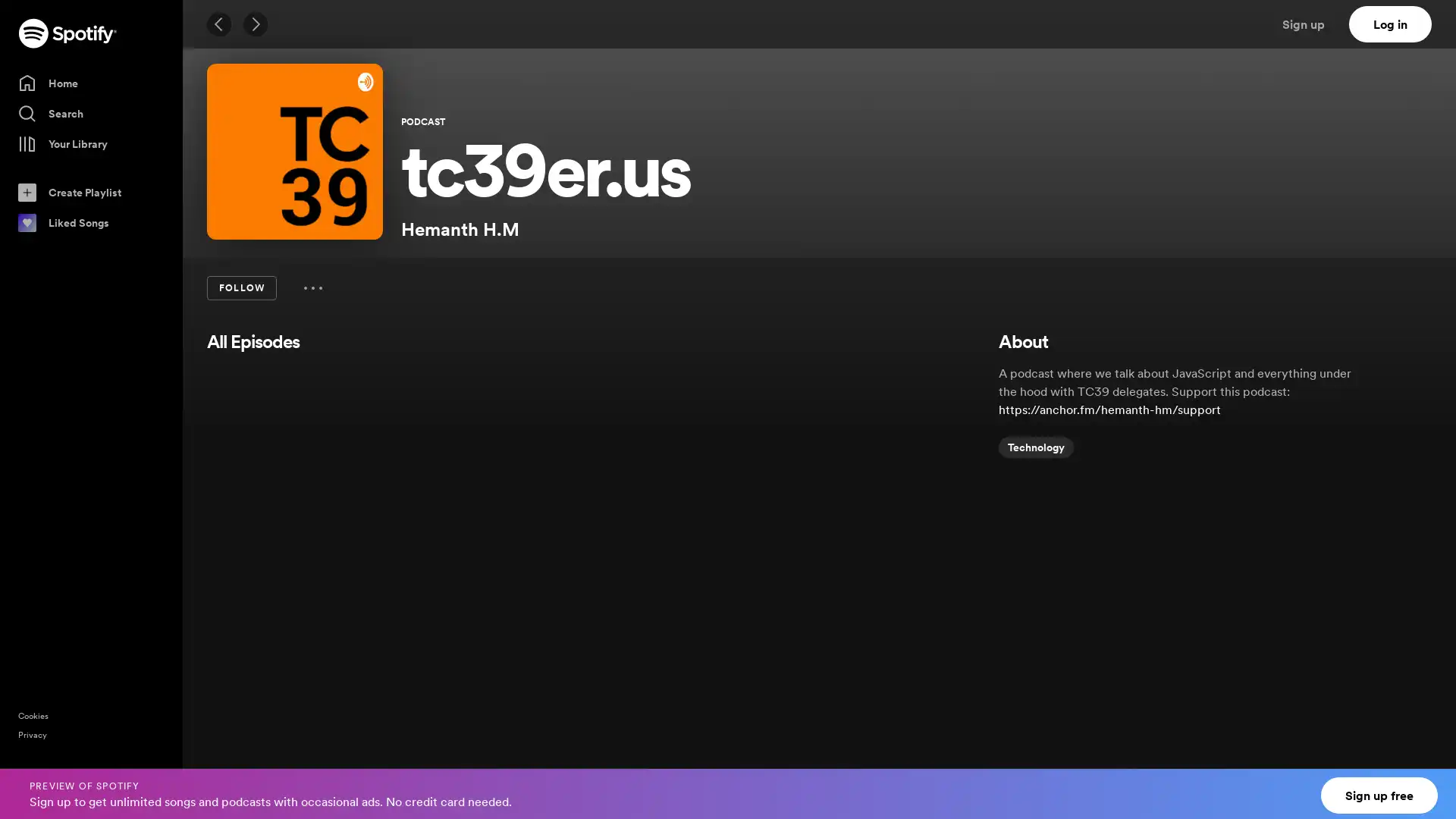  Describe the element at coordinates (240, 288) in the screenshot. I see `FOLLOW` at that location.